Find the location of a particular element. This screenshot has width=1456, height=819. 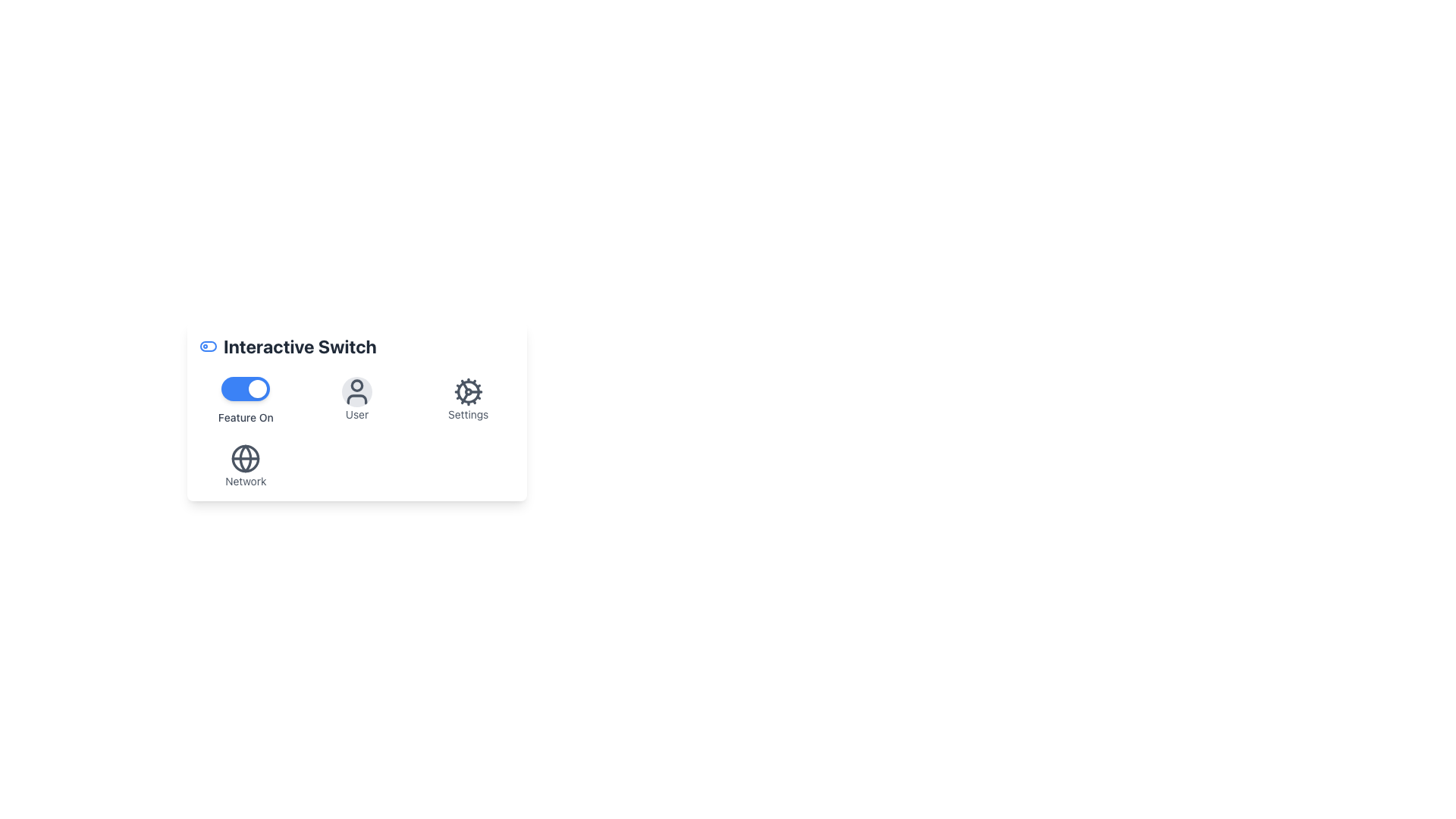

the 'Network' text label, which describes the network settings feature and is positioned below the globe icon in the bottom-left section of the interface is located at coordinates (246, 482).